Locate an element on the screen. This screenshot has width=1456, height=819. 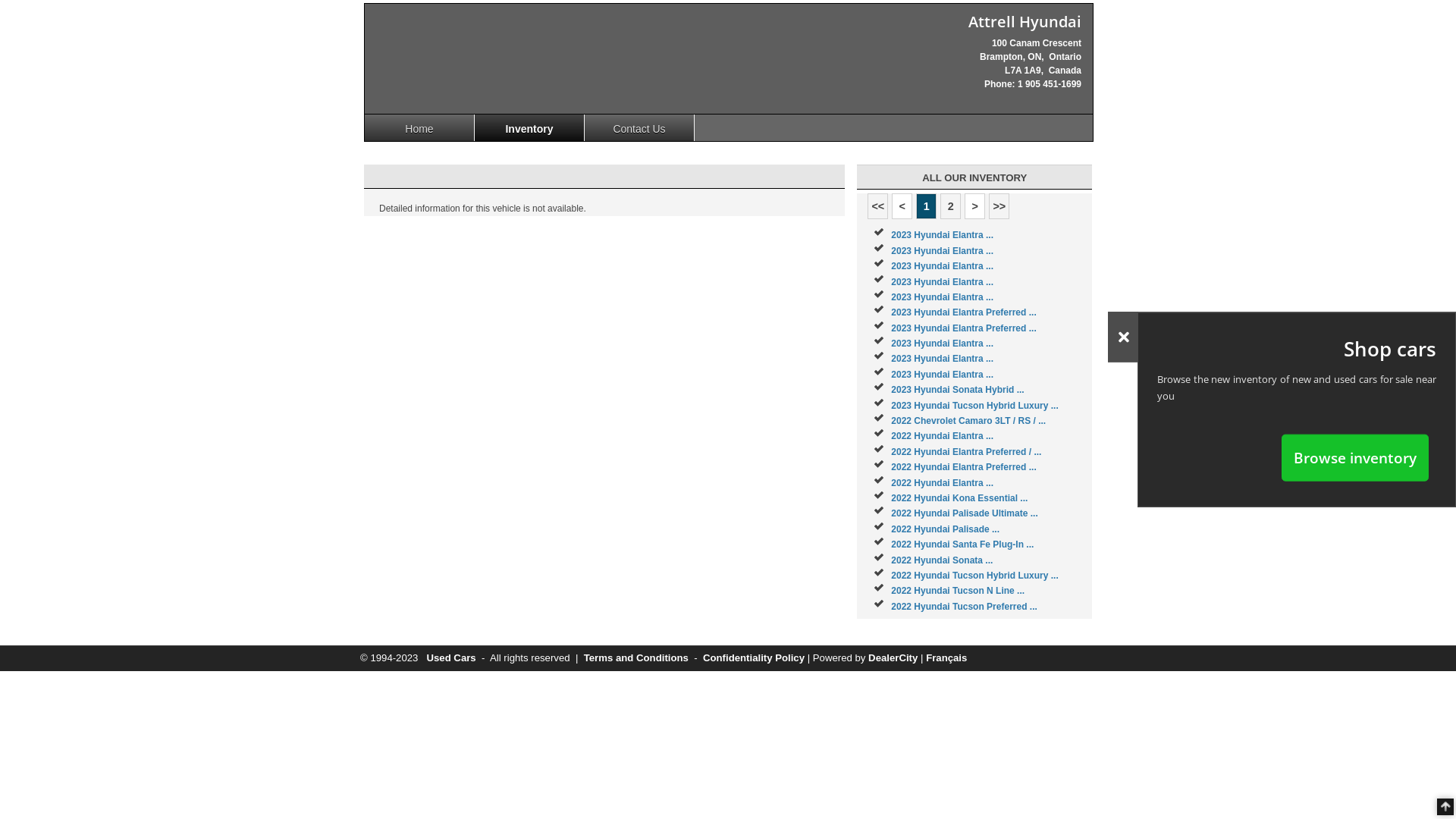
'>' is located at coordinates (974, 206).